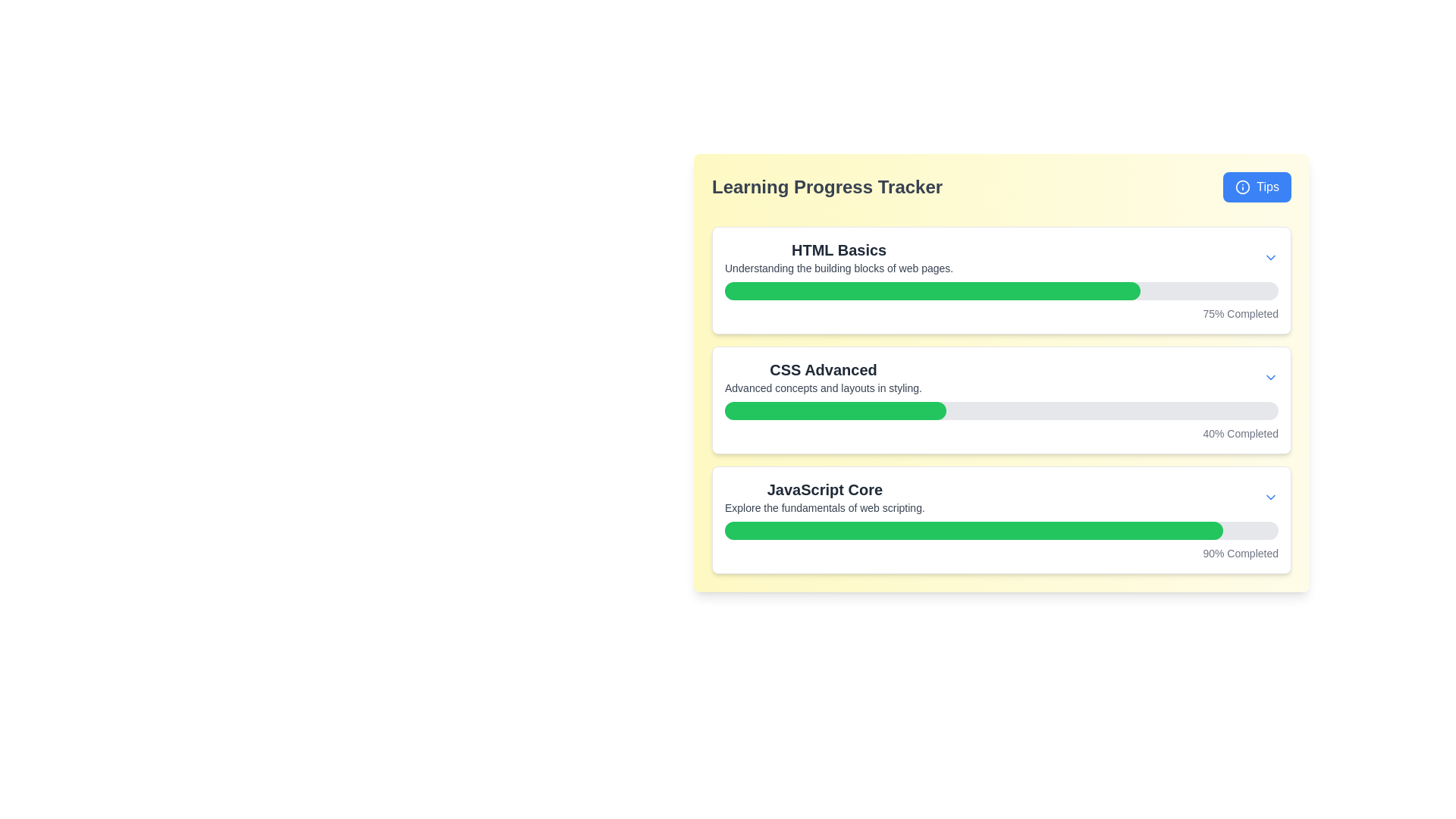 The image size is (1456, 819). I want to click on the bold text label reading 'CSS Advanced' that is centrally positioned in the second box of the progress tracker list, so click(822, 370).